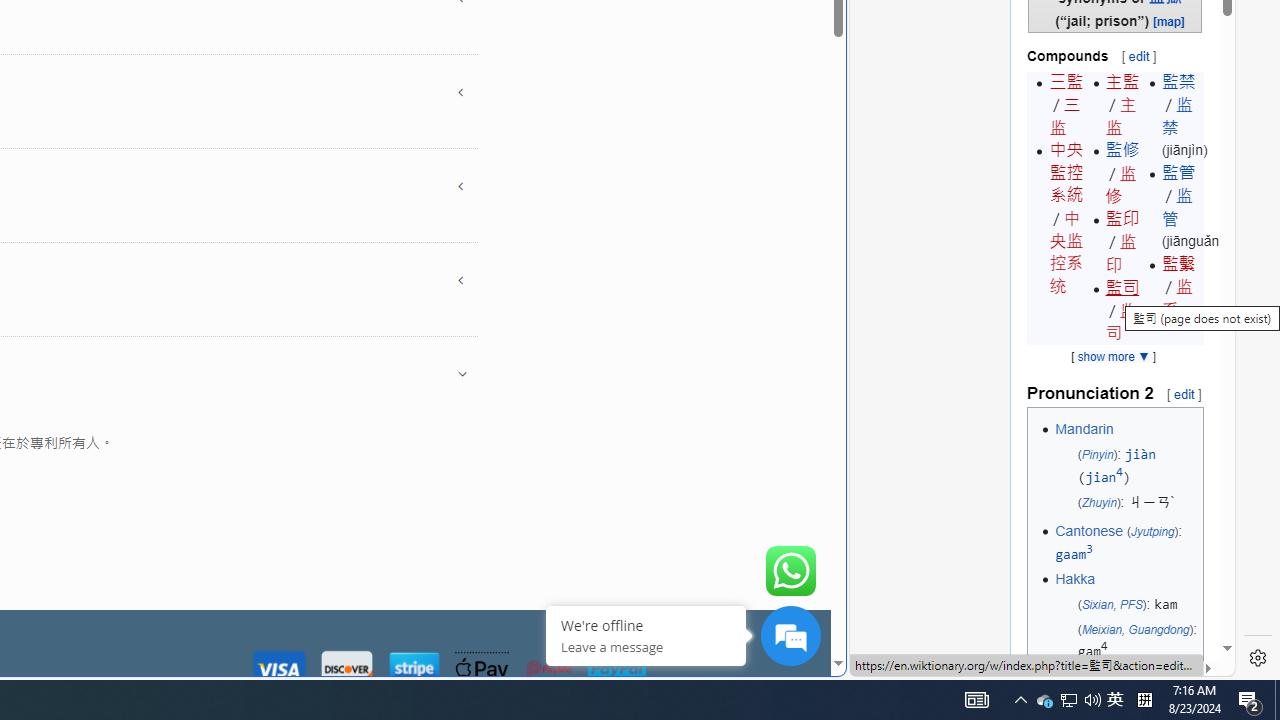 This screenshot has height=720, width=1280. Describe the element at coordinates (1152, 531) in the screenshot. I see `'Jyutping'` at that location.